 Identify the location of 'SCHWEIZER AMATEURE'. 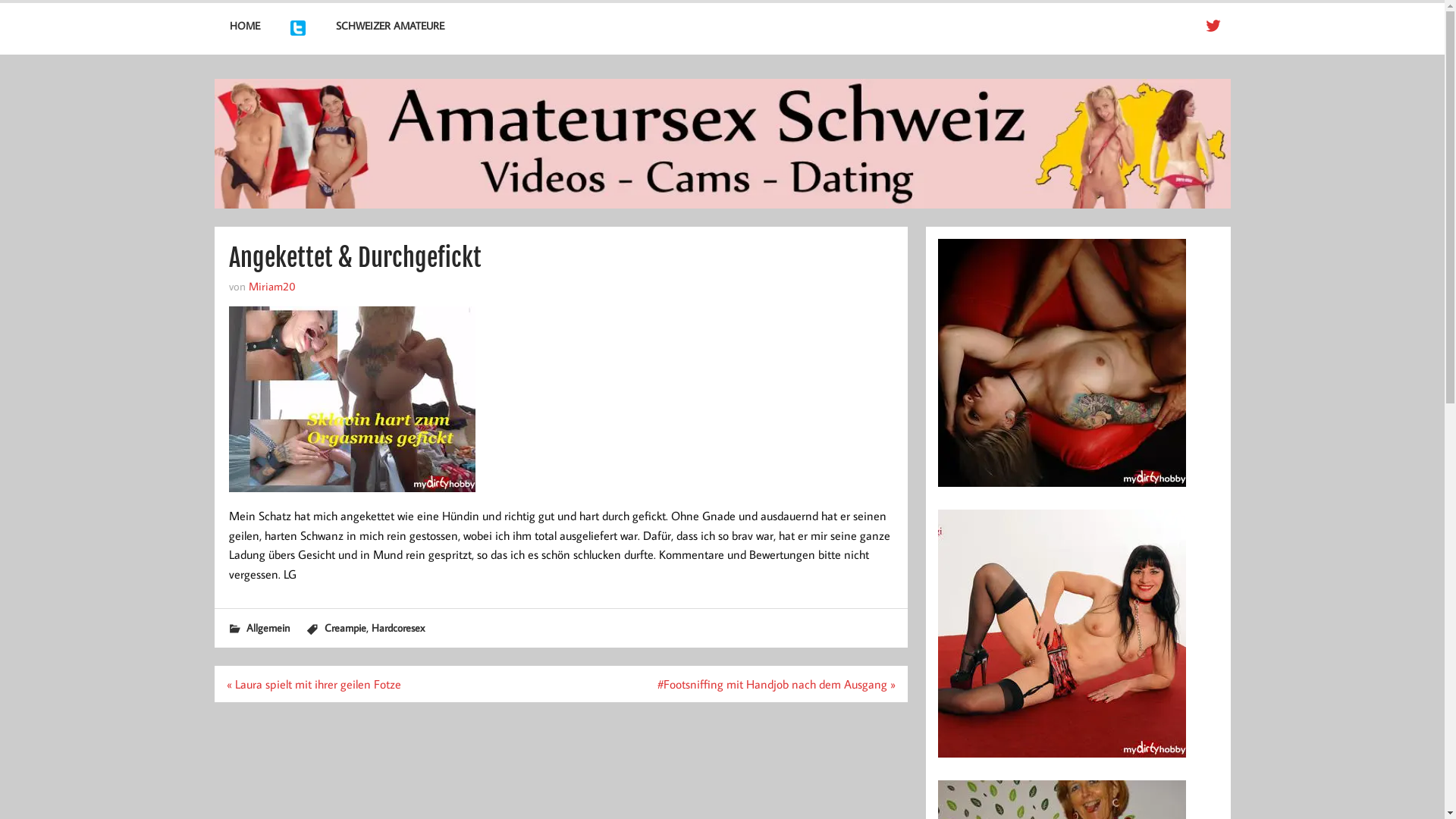
(390, 26).